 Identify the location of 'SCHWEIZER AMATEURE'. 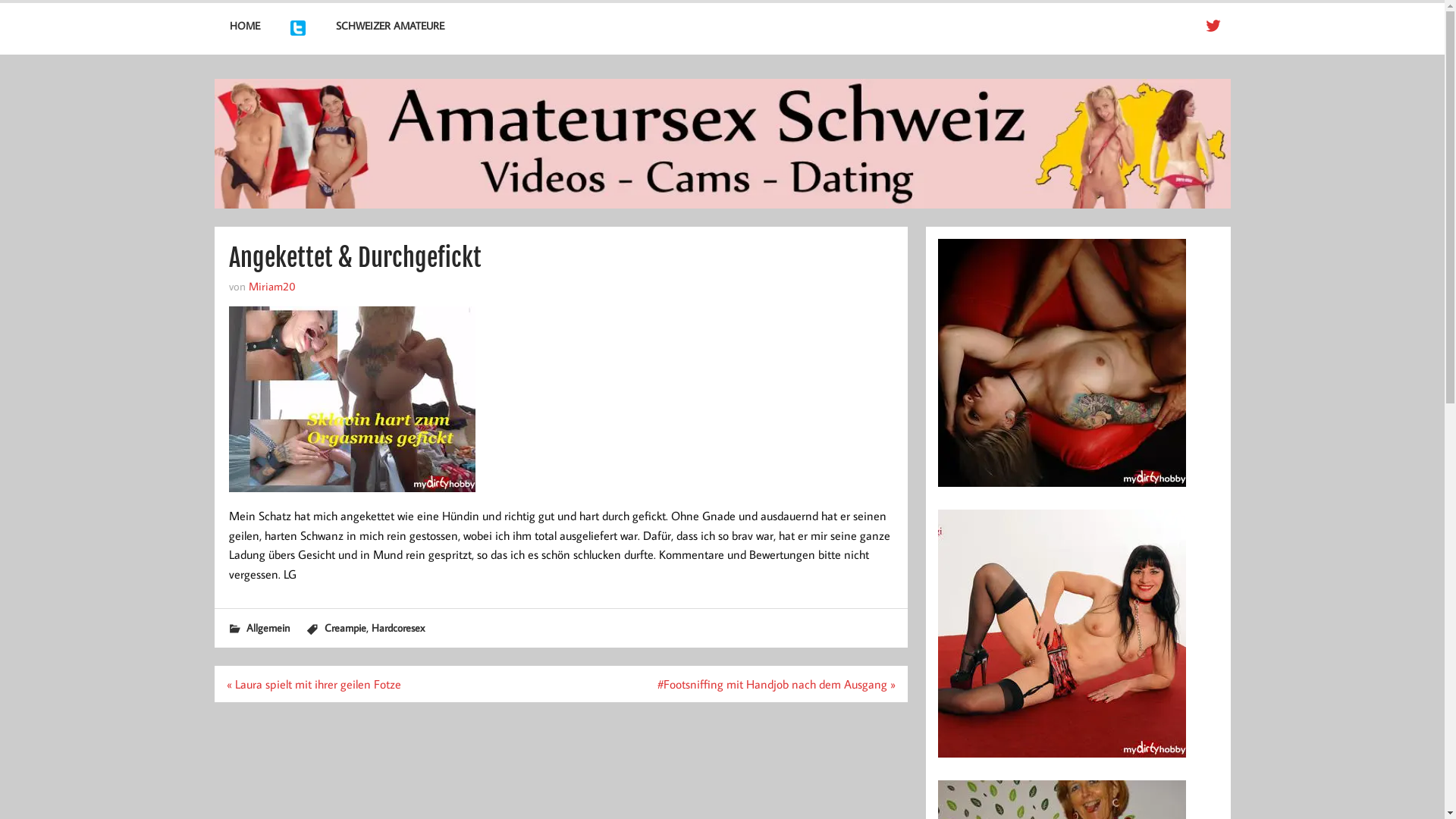
(390, 26).